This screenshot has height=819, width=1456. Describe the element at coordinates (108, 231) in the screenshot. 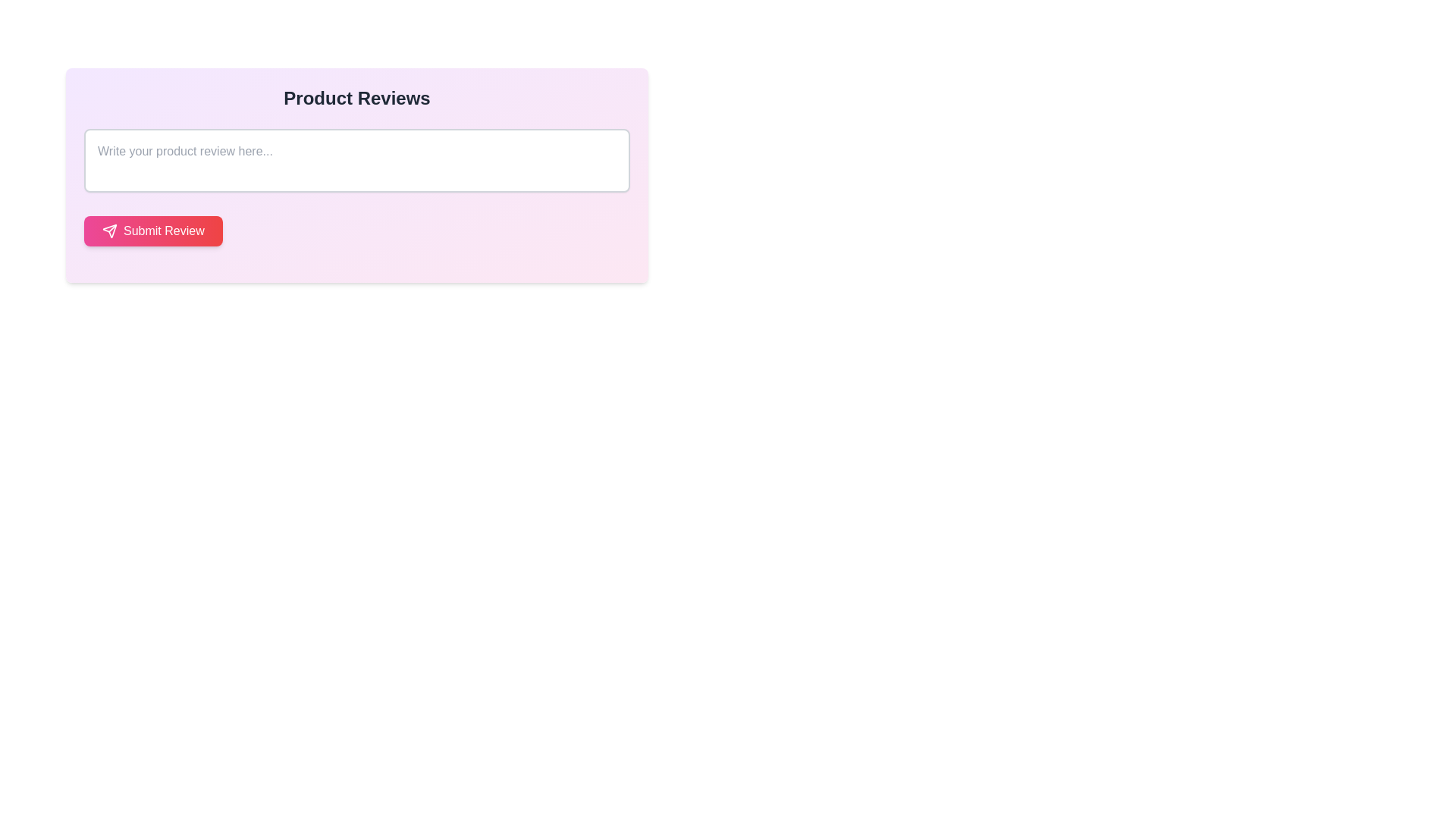

I see `the paper airplane icon` at that location.